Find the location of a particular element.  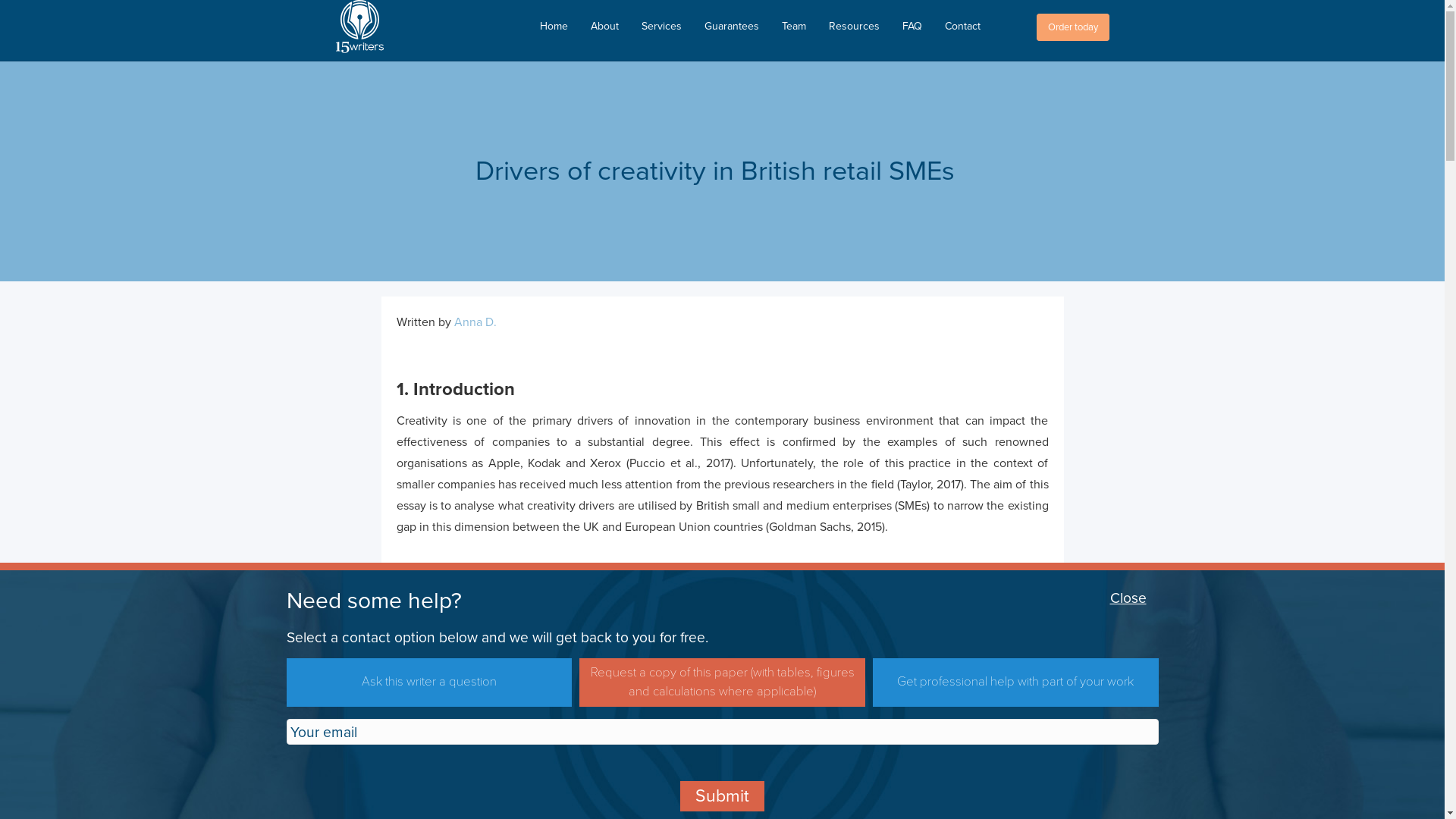

'Submit' is located at coordinates (679, 795).